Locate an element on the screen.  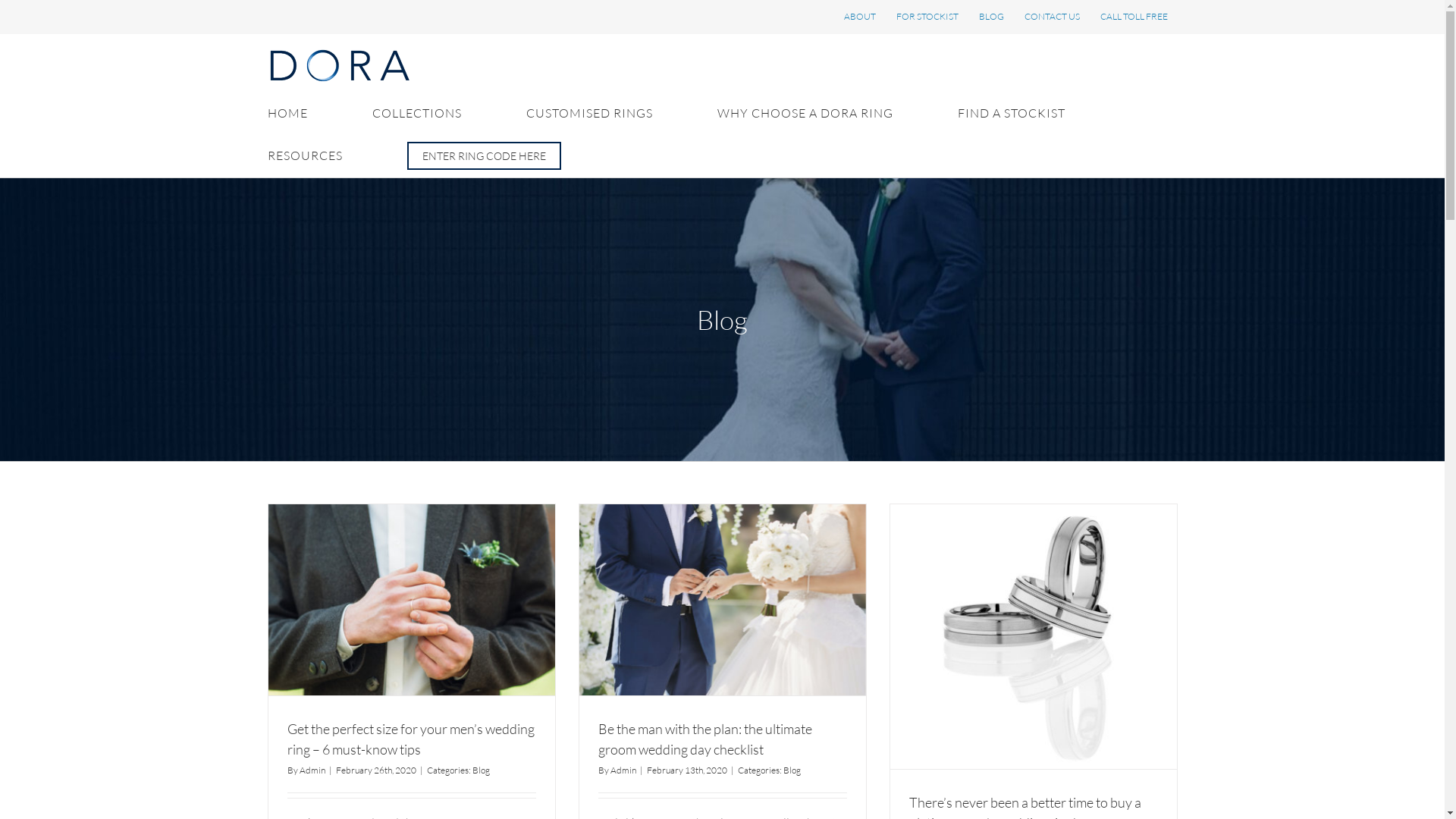
'BLOG' is located at coordinates (991, 17).